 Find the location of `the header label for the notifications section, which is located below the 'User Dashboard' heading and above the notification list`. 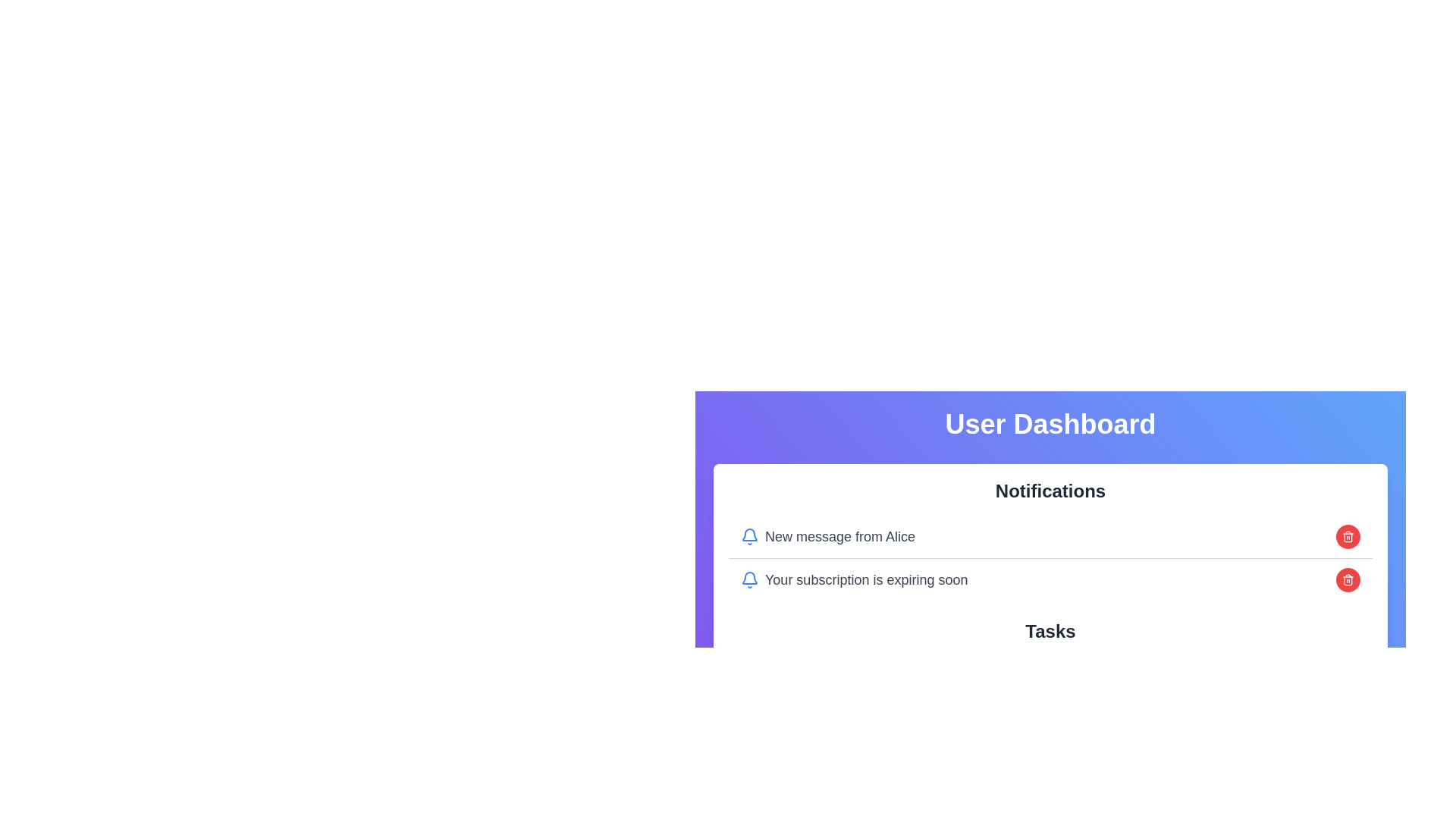

the header label for the notifications section, which is located below the 'User Dashboard' heading and above the notification list is located at coordinates (1050, 491).